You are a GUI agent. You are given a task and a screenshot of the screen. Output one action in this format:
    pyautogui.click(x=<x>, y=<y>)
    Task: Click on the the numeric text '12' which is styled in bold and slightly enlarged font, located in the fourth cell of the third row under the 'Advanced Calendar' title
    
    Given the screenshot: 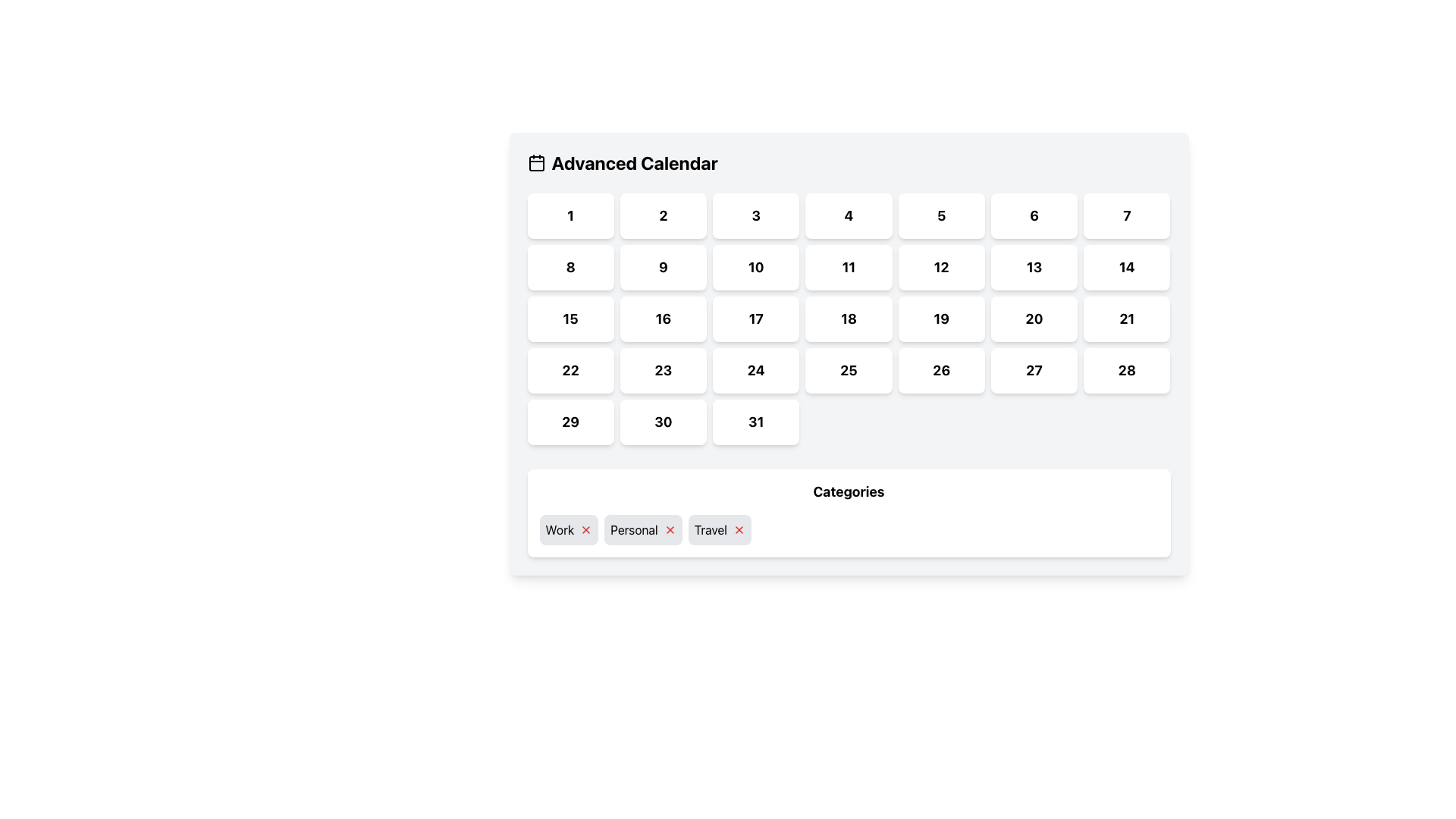 What is the action you would take?
    pyautogui.click(x=940, y=266)
    